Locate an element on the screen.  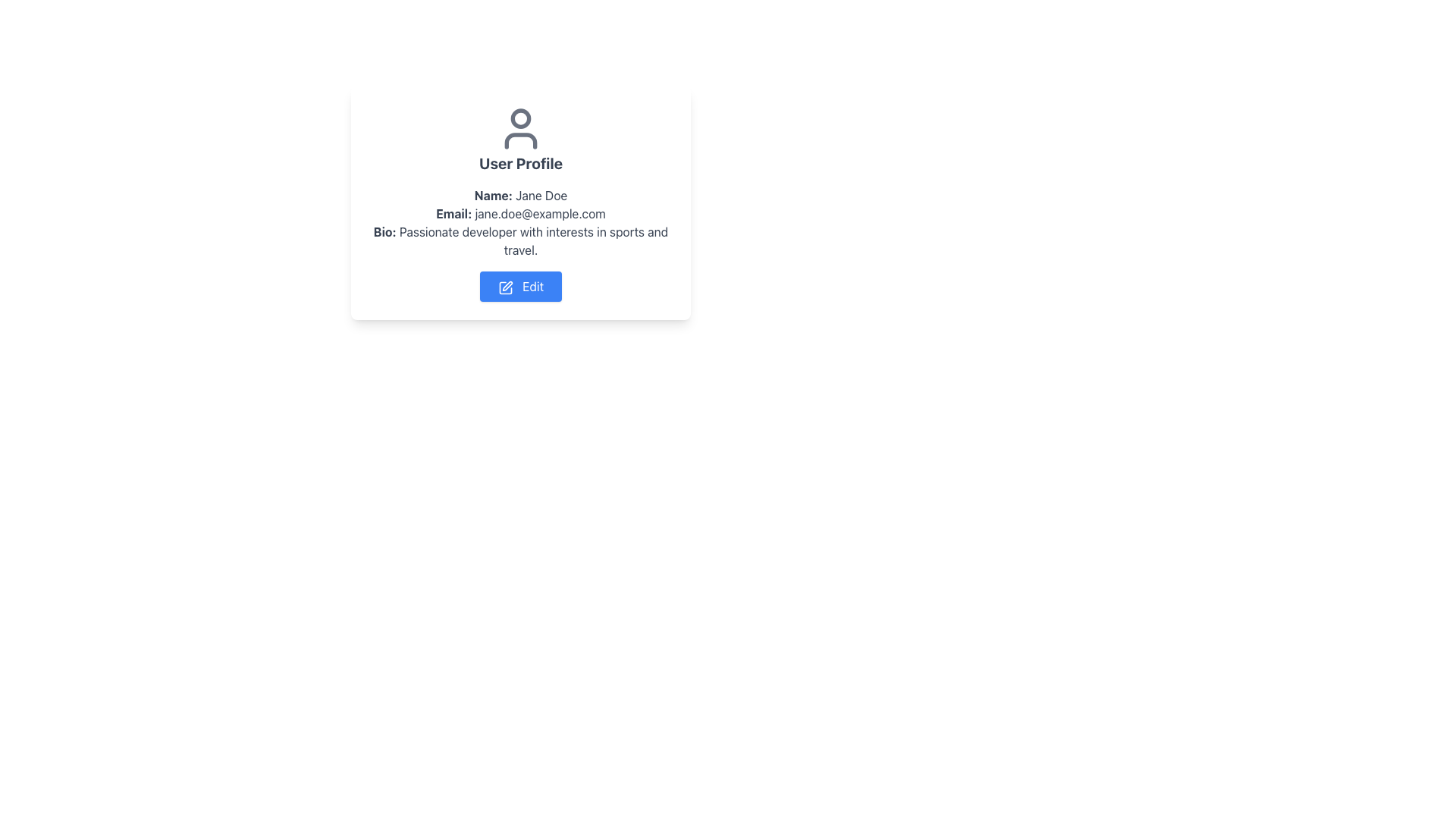
the text label displaying 'Email:' which is styled in bold font and located within the profile card layout under the 'User Profile' title is located at coordinates (453, 213).